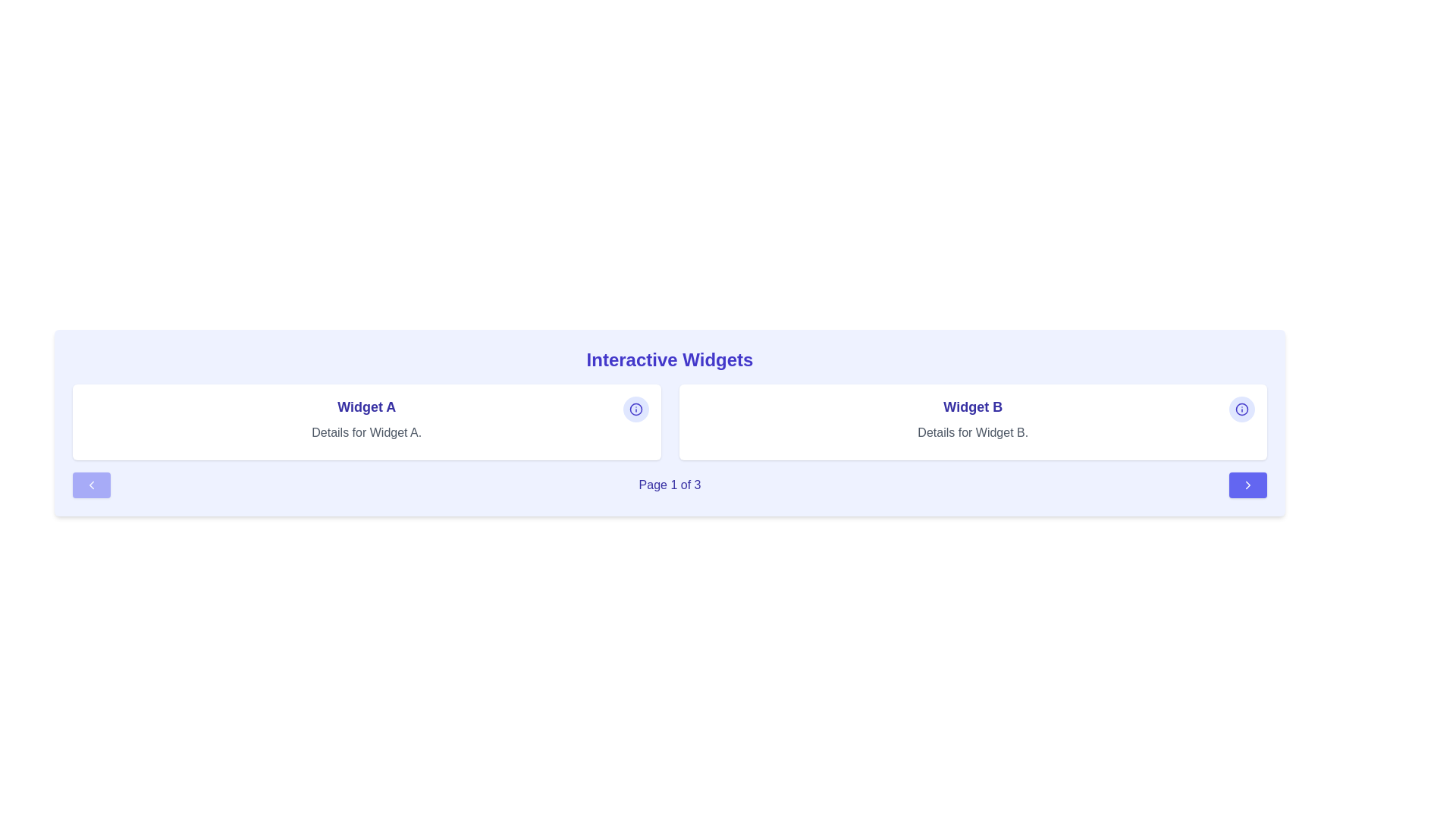 Image resolution: width=1456 pixels, height=819 pixels. Describe the element at coordinates (366, 432) in the screenshot. I see `the static text label reading 'Details for Widget A.' to engage with the interface for surrounding components` at that location.